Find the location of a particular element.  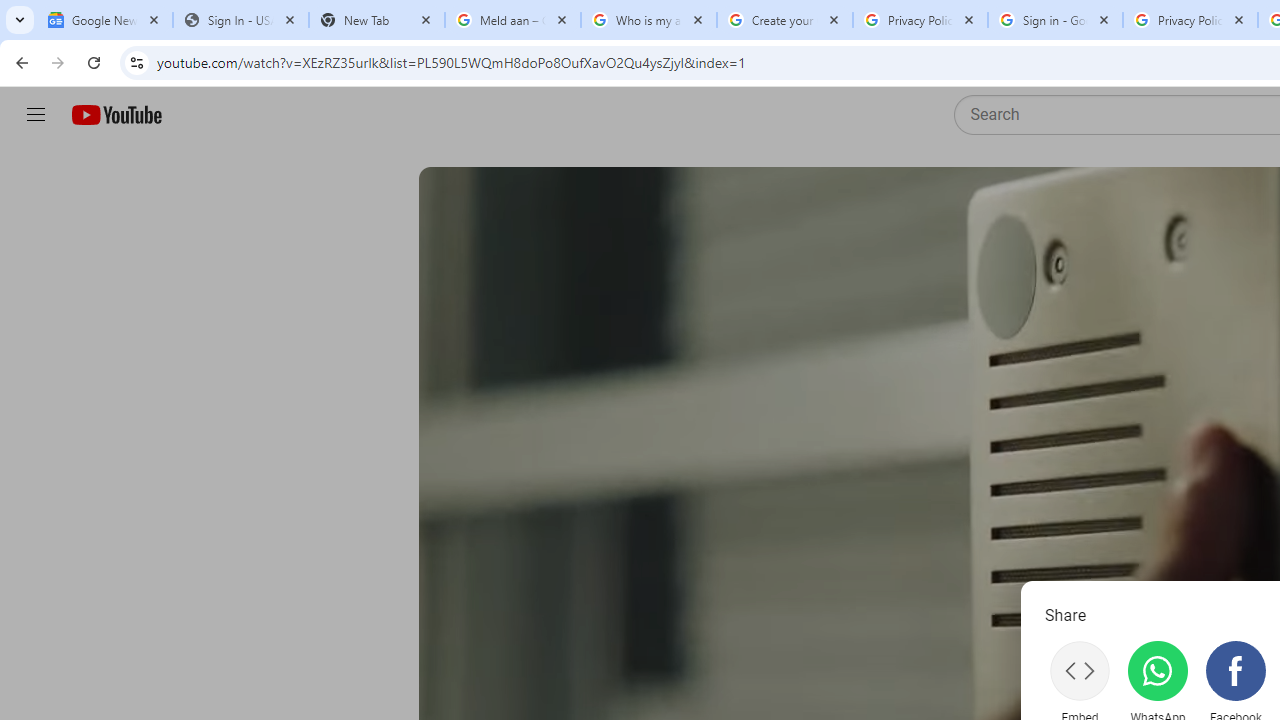

'Sign in - Google Accounts' is located at coordinates (1054, 20).